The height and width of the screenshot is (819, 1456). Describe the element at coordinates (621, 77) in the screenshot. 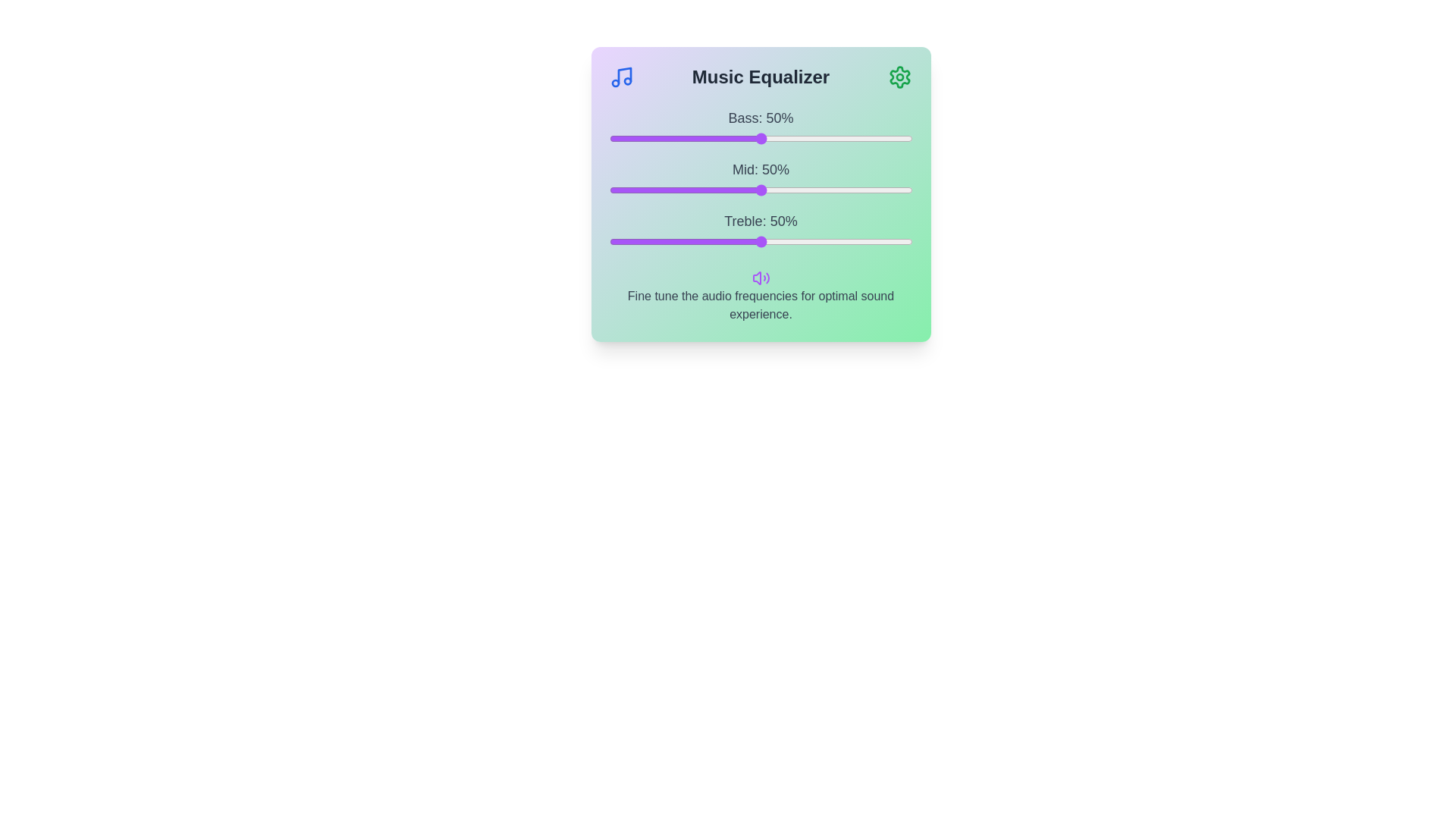

I see `the music icon in the MusicEqualizer component` at that location.